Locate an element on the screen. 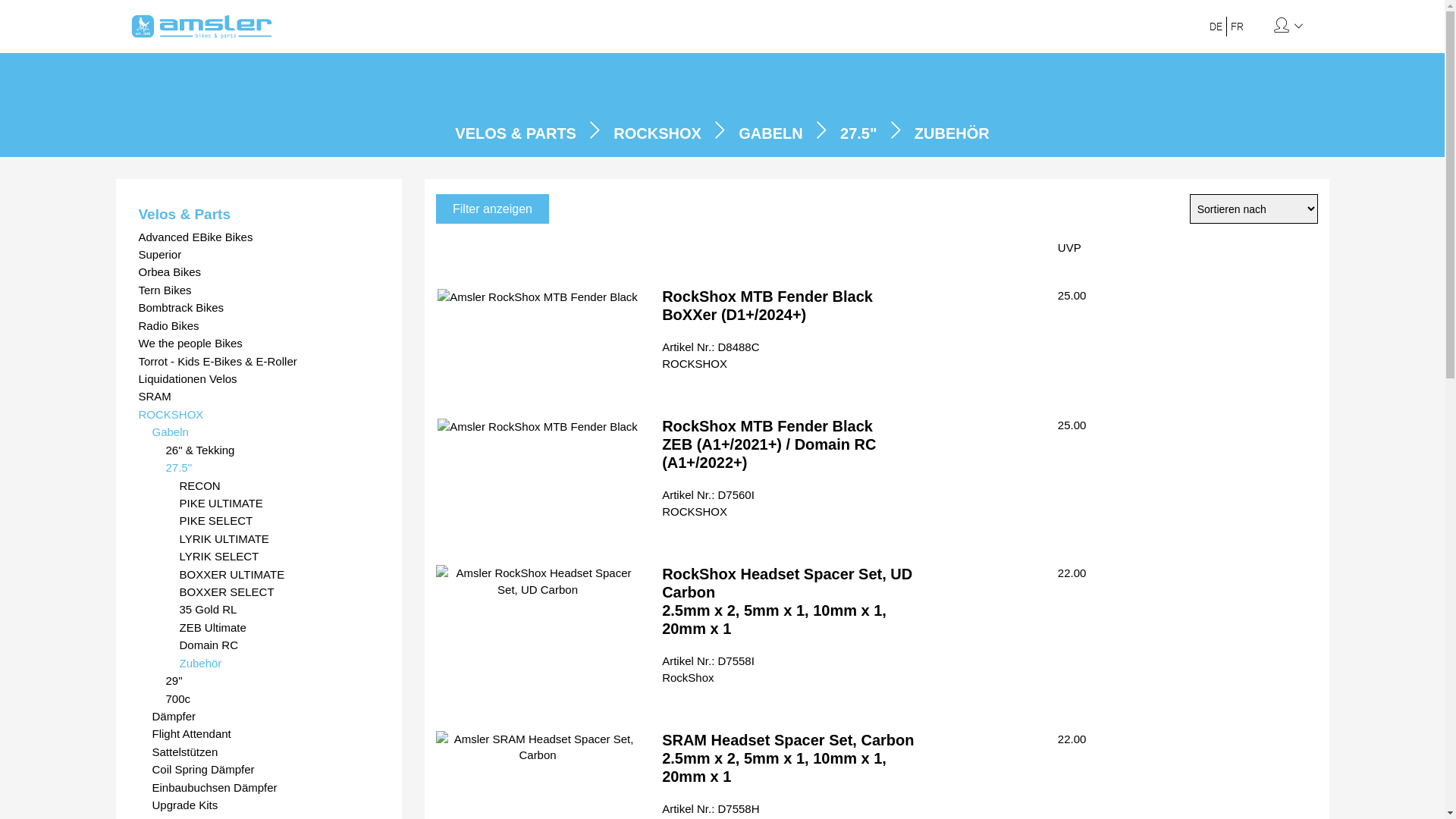 The width and height of the screenshot is (1456, 819). '27.5"' is located at coordinates (272, 466).